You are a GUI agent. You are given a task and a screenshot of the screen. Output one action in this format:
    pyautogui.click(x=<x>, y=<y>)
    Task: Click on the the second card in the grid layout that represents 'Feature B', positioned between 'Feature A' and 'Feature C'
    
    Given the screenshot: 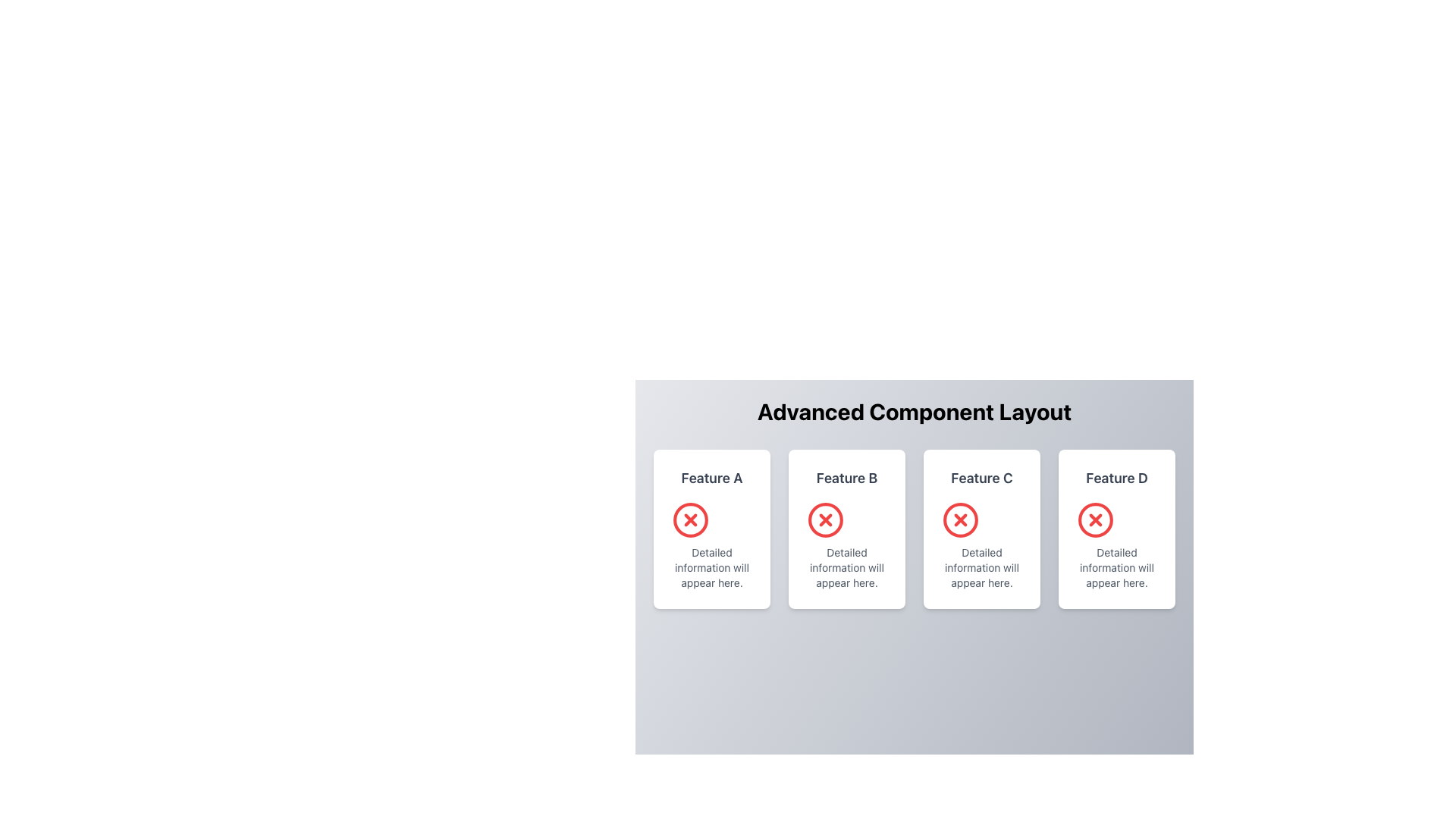 What is the action you would take?
    pyautogui.click(x=846, y=529)
    